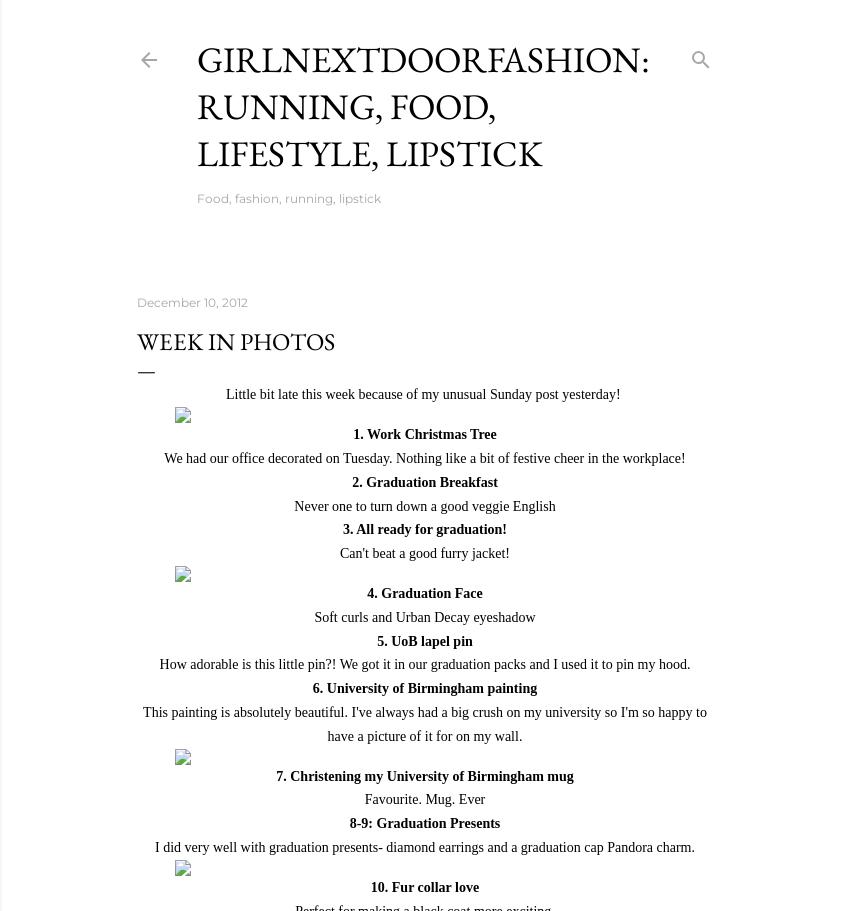 Image resolution: width=850 pixels, height=911 pixels. What do you see at coordinates (425, 528) in the screenshot?
I see `'3. All ready for graduation!'` at bounding box center [425, 528].